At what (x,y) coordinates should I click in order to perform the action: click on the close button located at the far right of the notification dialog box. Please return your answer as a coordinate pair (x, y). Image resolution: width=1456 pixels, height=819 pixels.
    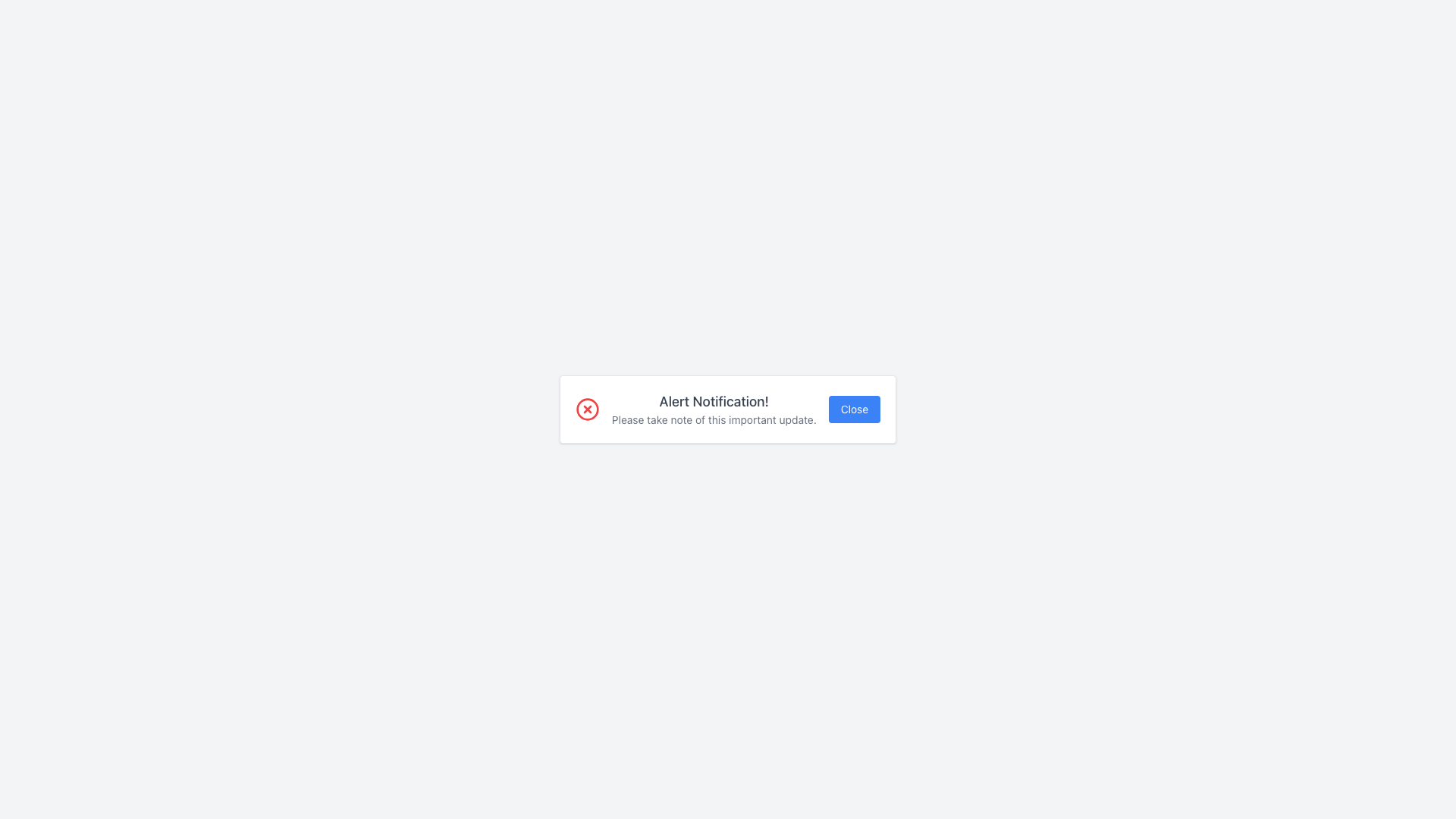
    Looking at the image, I should click on (855, 409).